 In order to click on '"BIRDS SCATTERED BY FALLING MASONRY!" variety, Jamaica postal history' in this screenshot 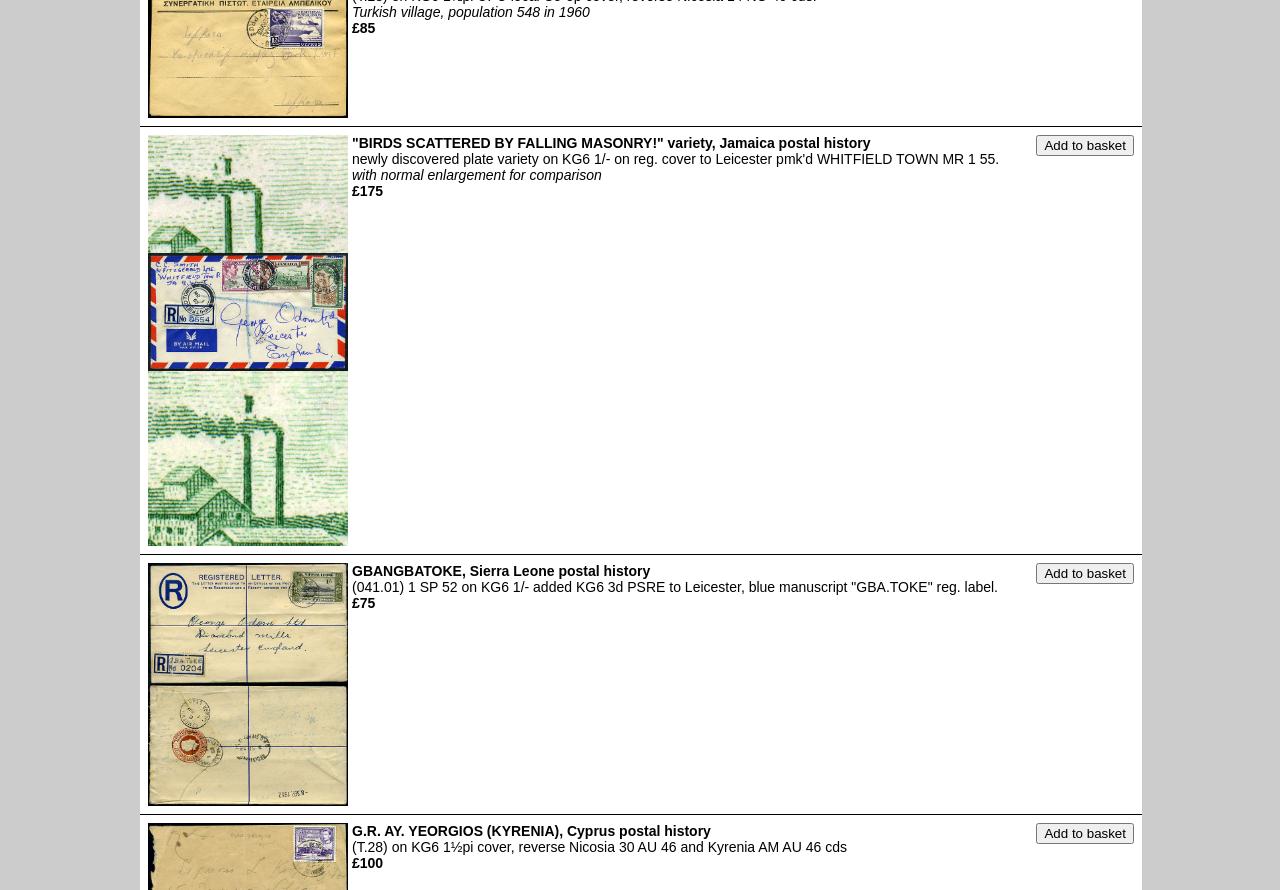, I will do `click(609, 142)`.